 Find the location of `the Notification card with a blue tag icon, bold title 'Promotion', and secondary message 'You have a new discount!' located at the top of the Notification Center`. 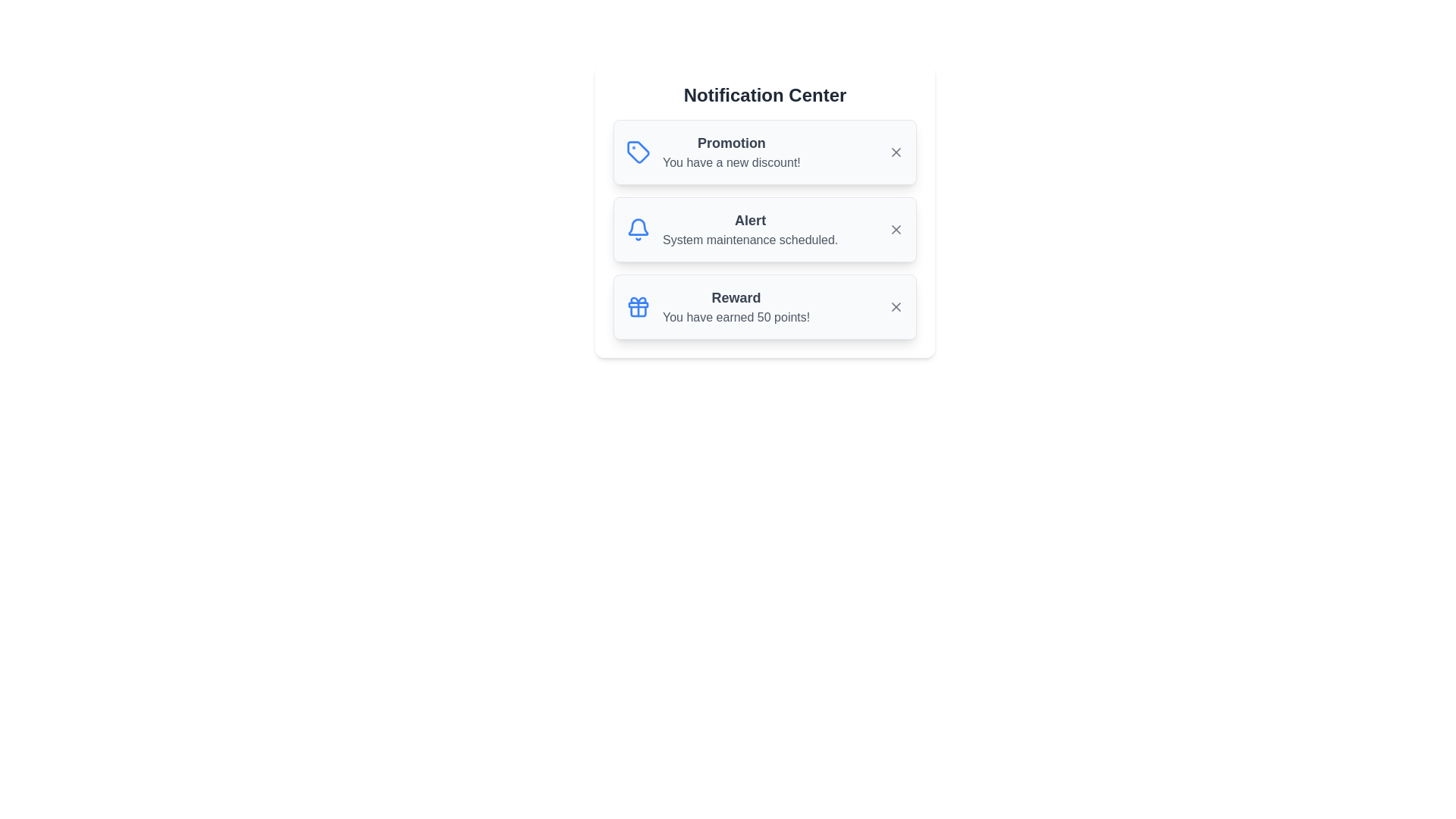

the Notification card with a blue tag icon, bold title 'Promotion', and secondary message 'You have a new discount!' located at the top of the Notification Center is located at coordinates (764, 152).